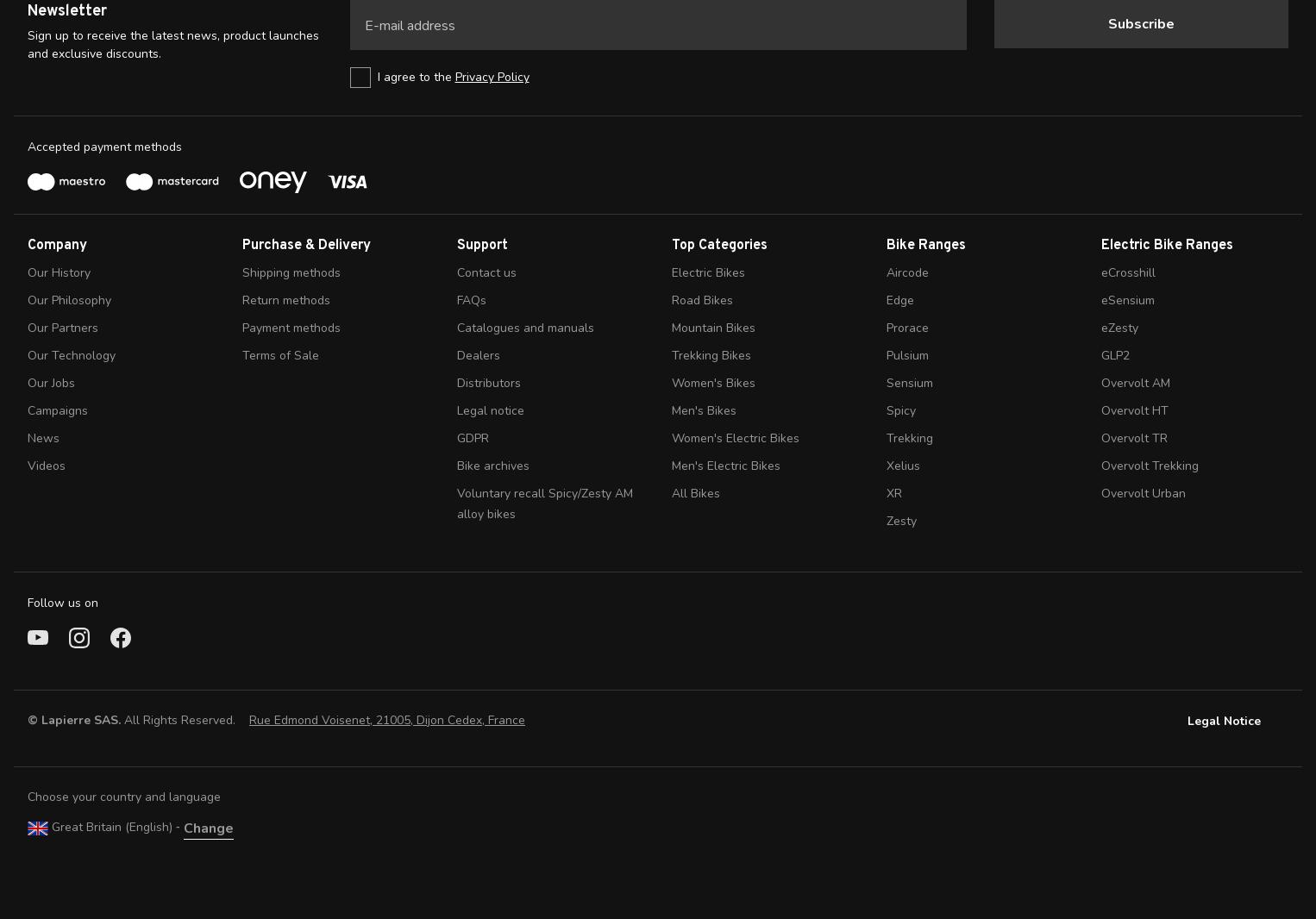 The image size is (1316, 919). What do you see at coordinates (456, 272) in the screenshot?
I see `'Contact us'` at bounding box center [456, 272].